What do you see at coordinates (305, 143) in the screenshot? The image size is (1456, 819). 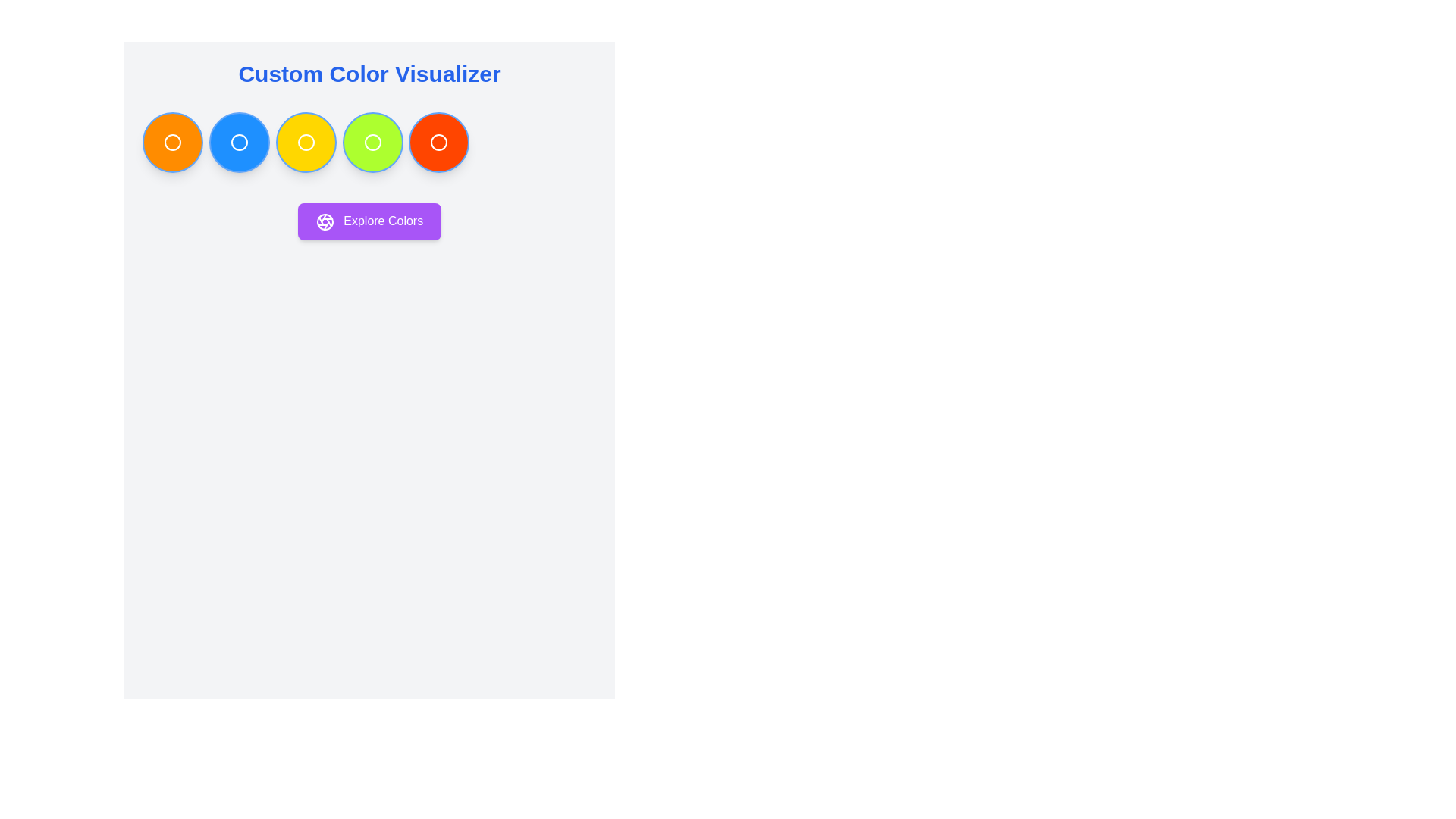 I see `the graphic circle icon filled with a vibrant yellow background surrounded by a blue border, which is the fourth item in the set of seven circles under 'Custom Color Visualizer'` at bounding box center [305, 143].